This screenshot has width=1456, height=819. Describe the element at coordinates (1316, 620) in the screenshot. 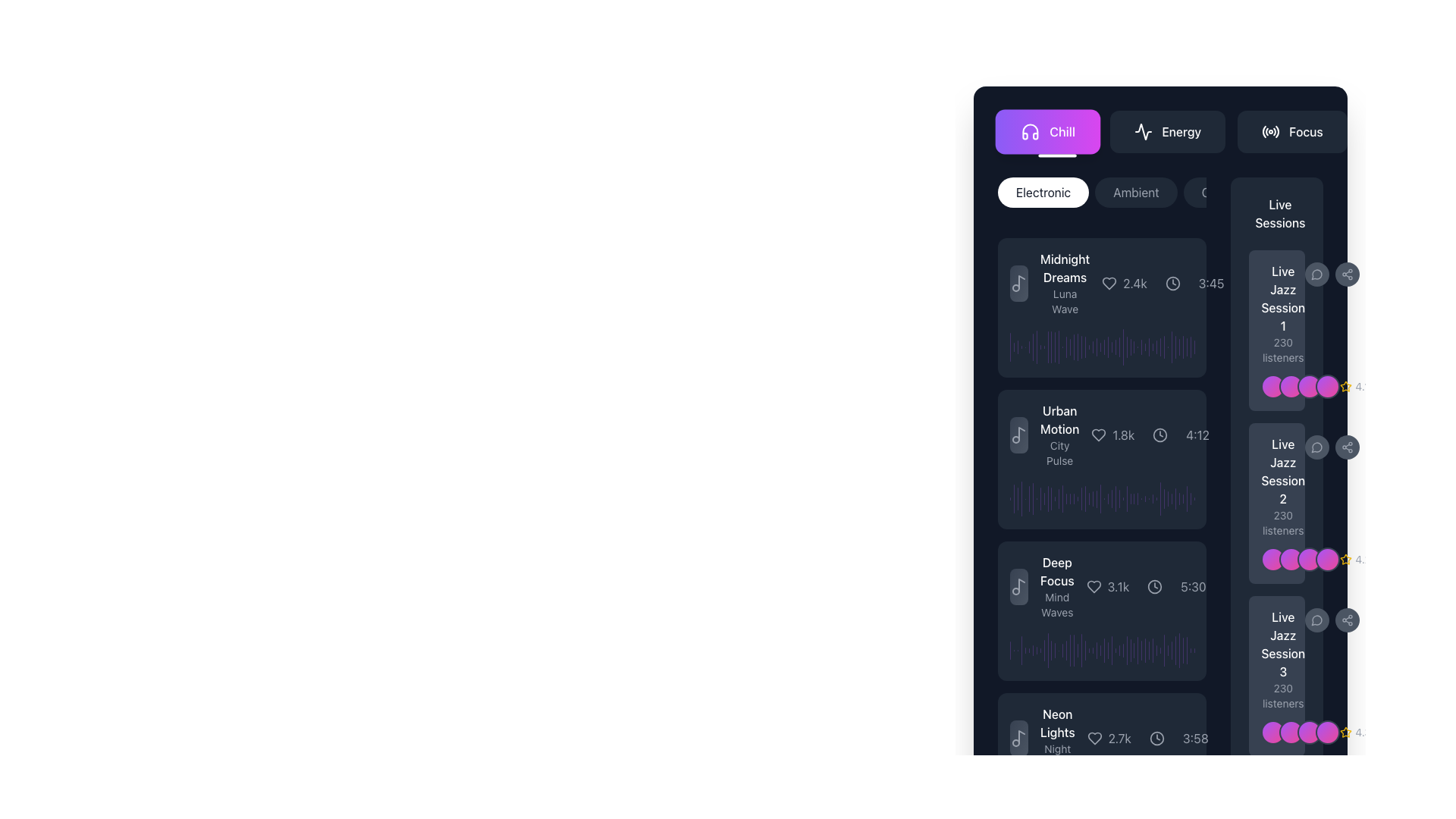

I see `the speech bubble icon that symbolizes interaction options related to the session, located in the rightmost column of the session listing interface on the same line as 'Live Jazz Session 3'` at that location.